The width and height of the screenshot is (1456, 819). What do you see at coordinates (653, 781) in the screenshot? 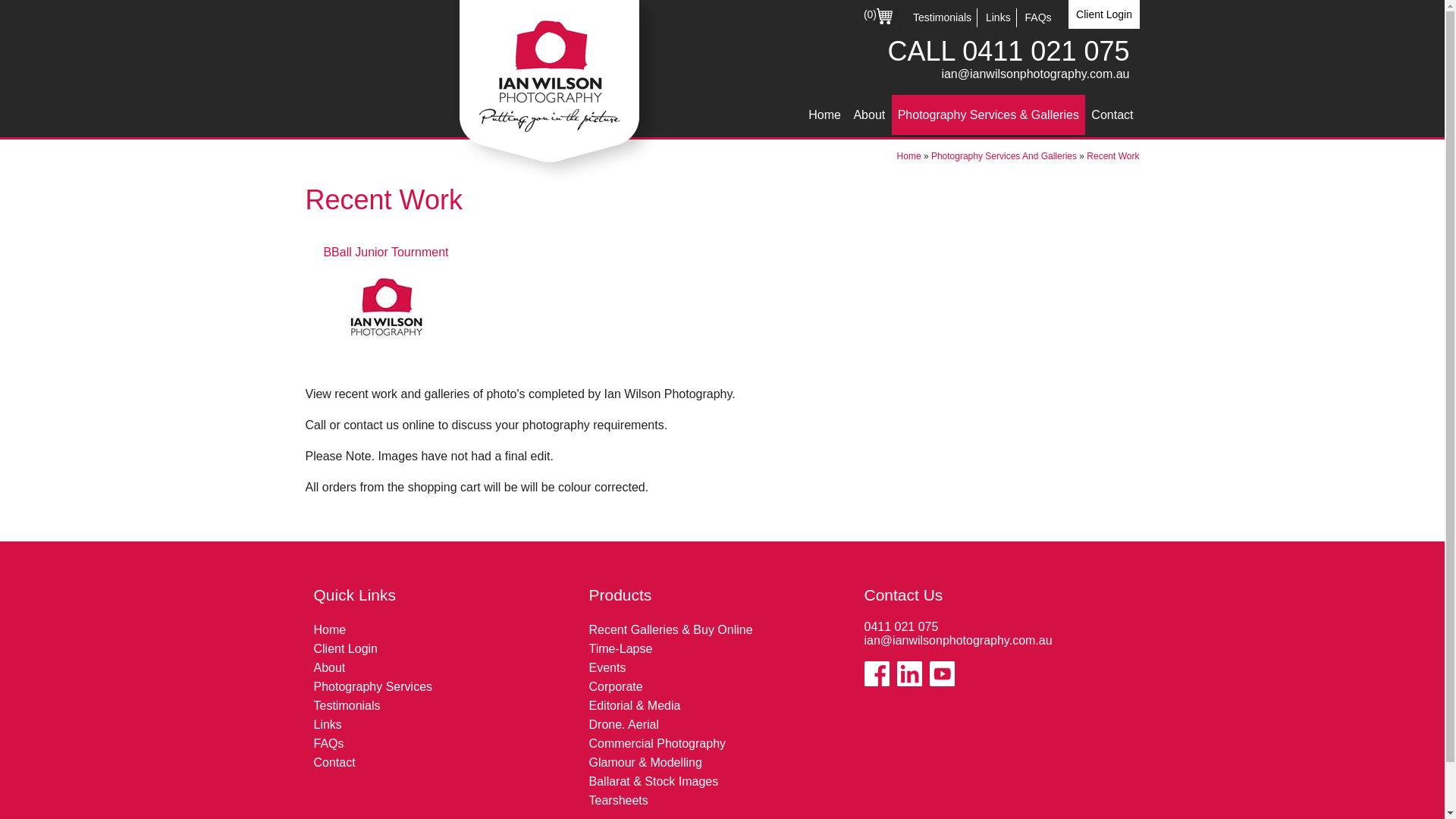
I see `'Ballarat & Stock Images'` at bounding box center [653, 781].